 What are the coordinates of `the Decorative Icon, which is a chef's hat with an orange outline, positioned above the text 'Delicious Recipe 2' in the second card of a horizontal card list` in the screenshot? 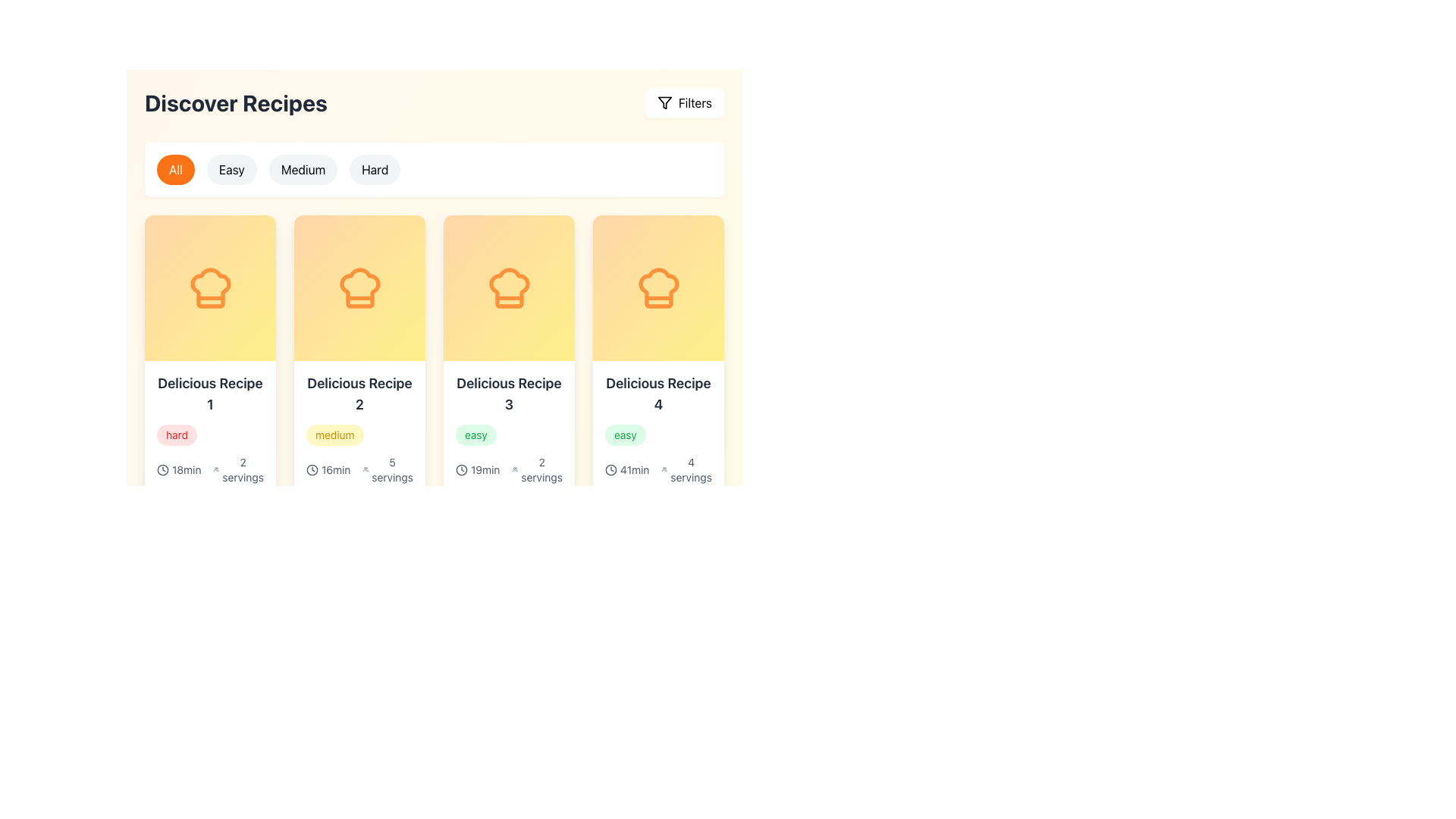 It's located at (359, 288).